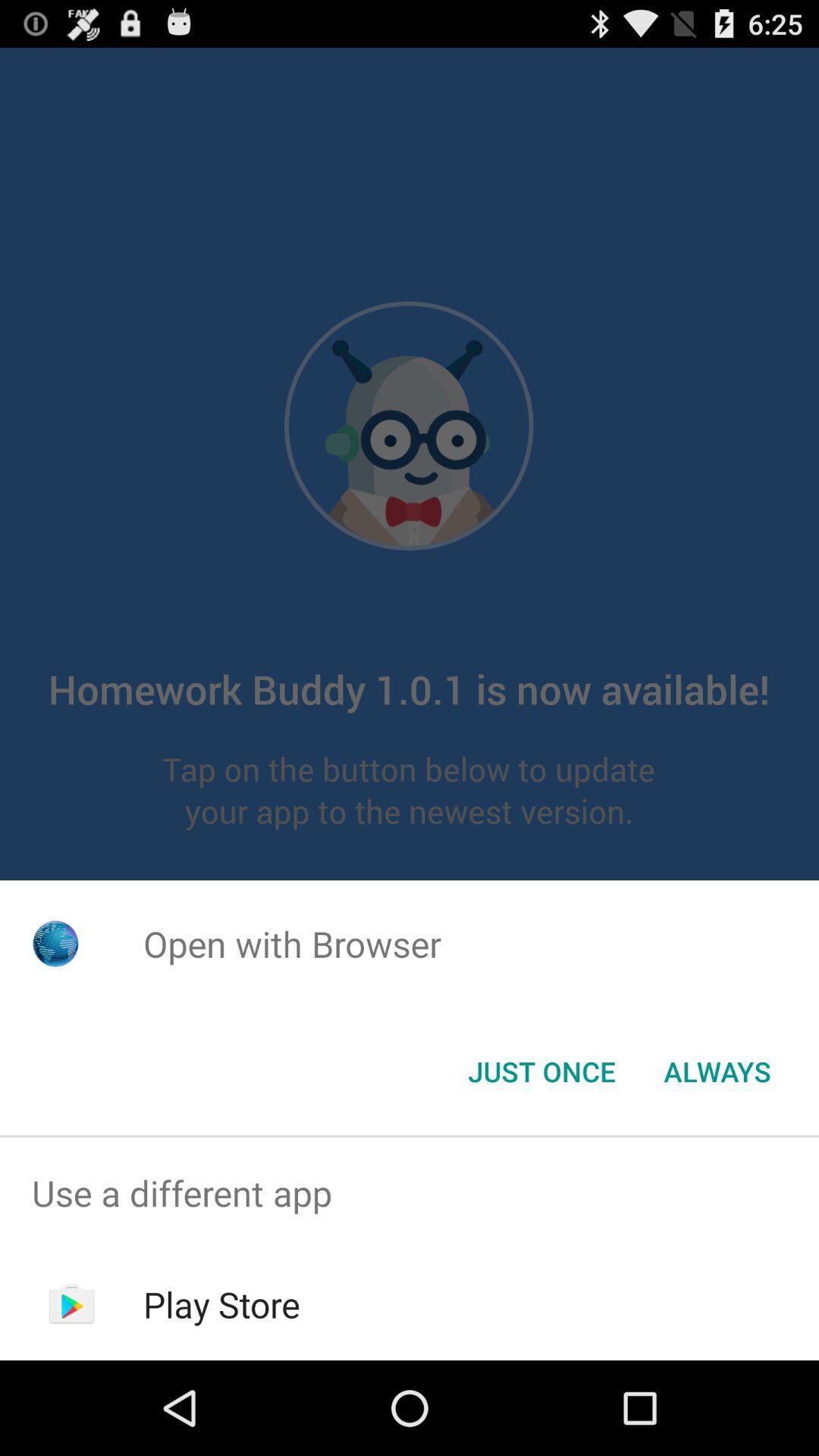 Image resolution: width=819 pixels, height=1456 pixels. Describe the element at coordinates (717, 1070) in the screenshot. I see `button at the bottom right corner` at that location.